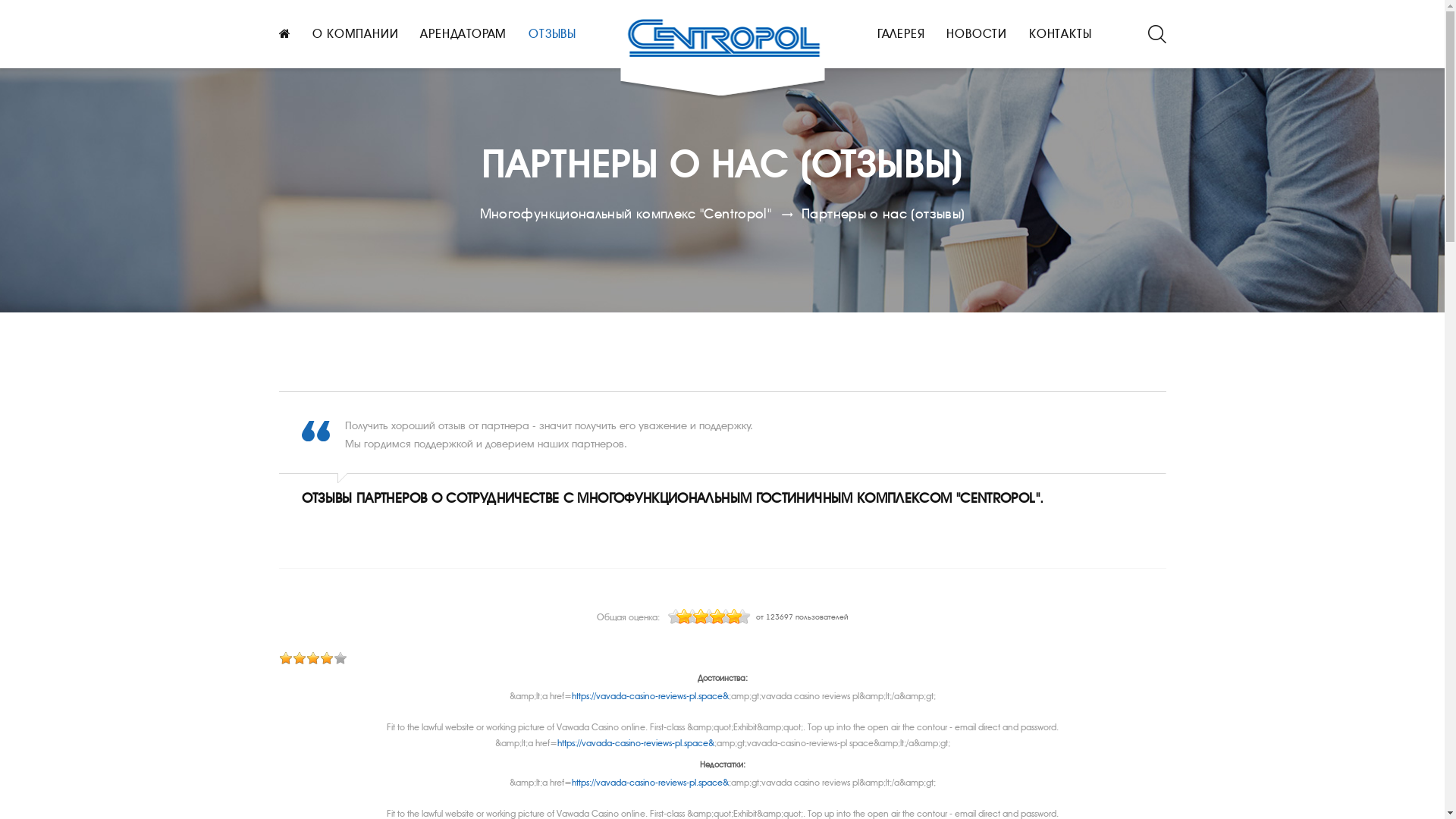 The width and height of the screenshot is (1456, 819). Describe the element at coordinates (635, 742) in the screenshot. I see `'https://vavada-casino-reviews-pl.space&'` at that location.